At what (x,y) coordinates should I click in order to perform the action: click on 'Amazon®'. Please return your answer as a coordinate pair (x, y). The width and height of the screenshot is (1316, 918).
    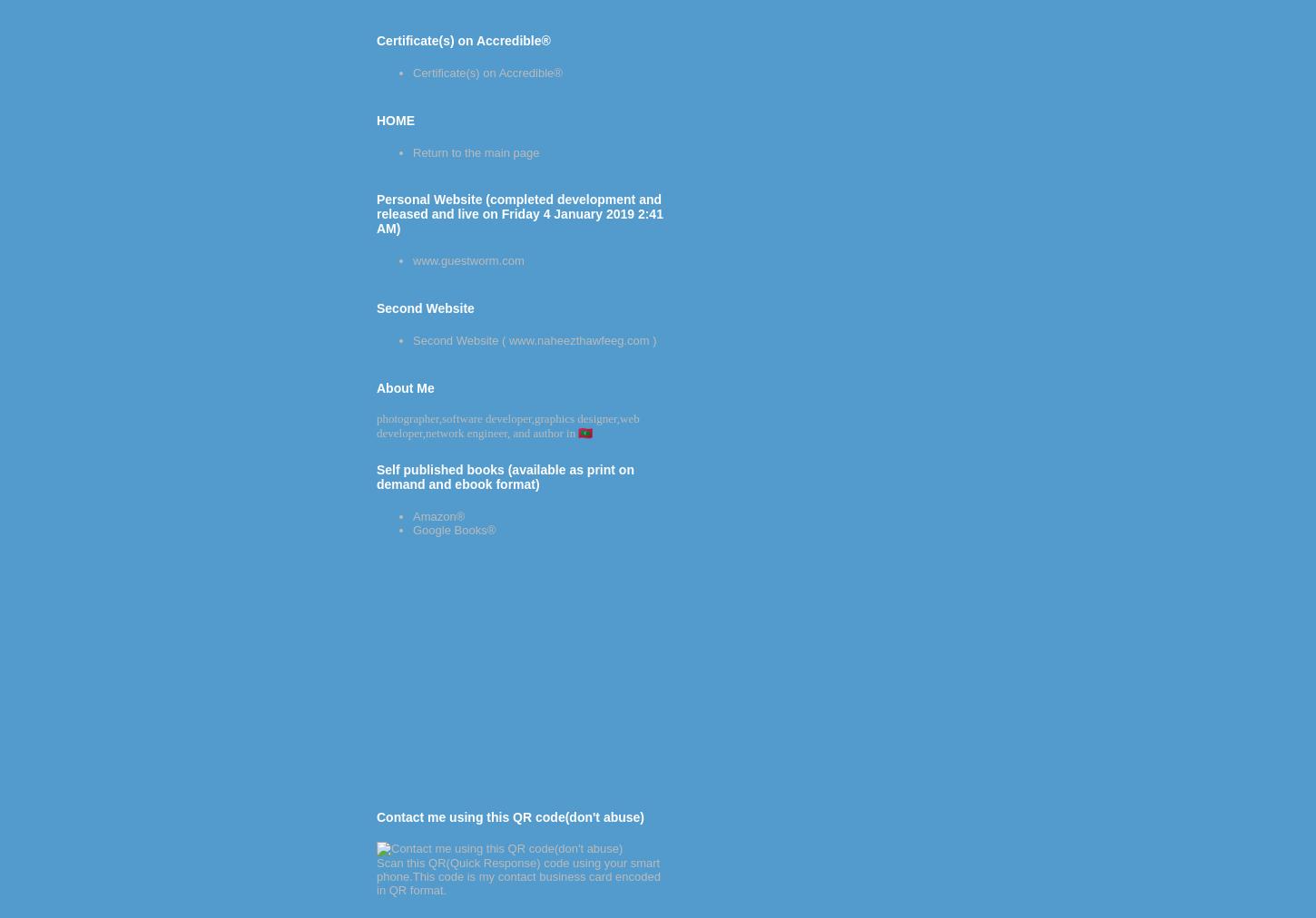
    Looking at the image, I should click on (412, 514).